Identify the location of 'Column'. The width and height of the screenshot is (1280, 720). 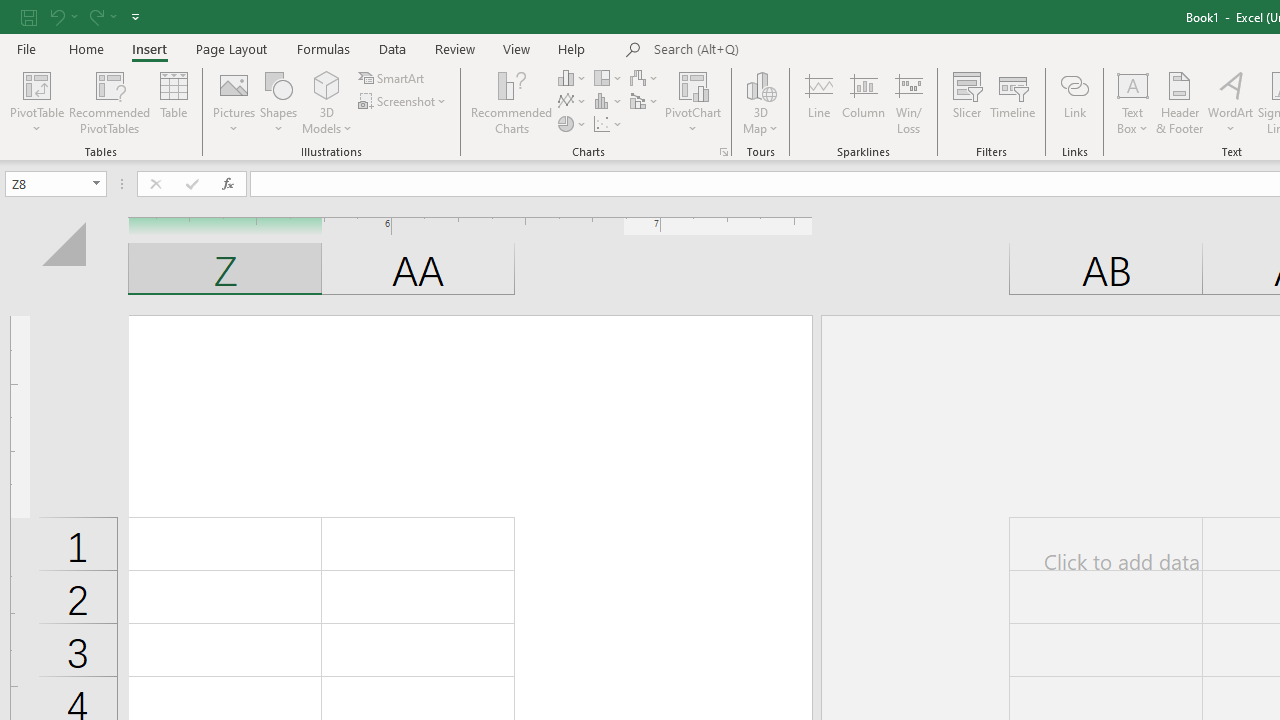
(864, 103).